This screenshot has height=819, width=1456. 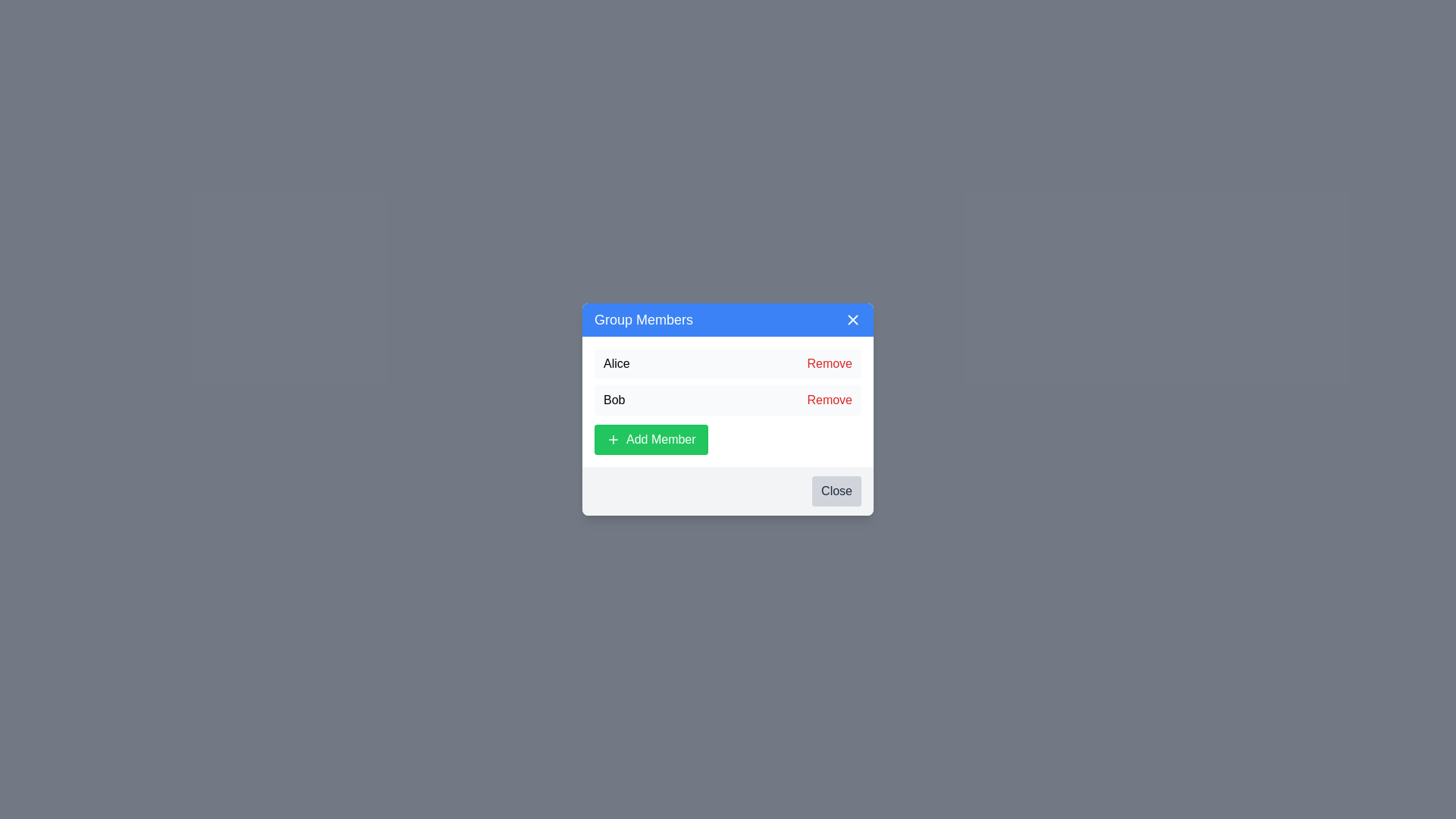 I want to click on the button located in the lower portion of the group members list, so click(x=829, y=400).